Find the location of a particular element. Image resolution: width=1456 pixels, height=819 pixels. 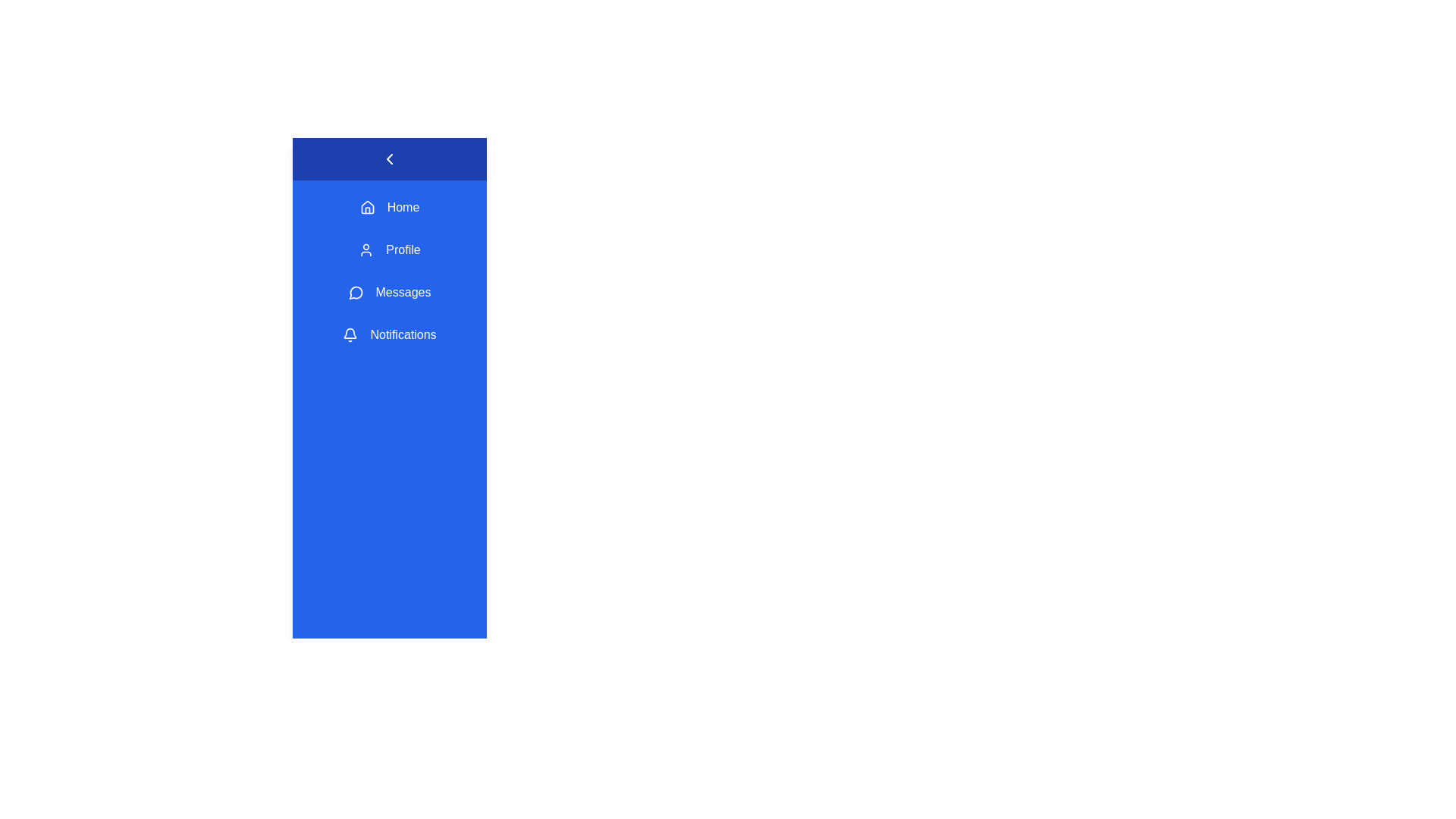

the menu item labeled 'Messages' to highlight it is located at coordinates (389, 292).